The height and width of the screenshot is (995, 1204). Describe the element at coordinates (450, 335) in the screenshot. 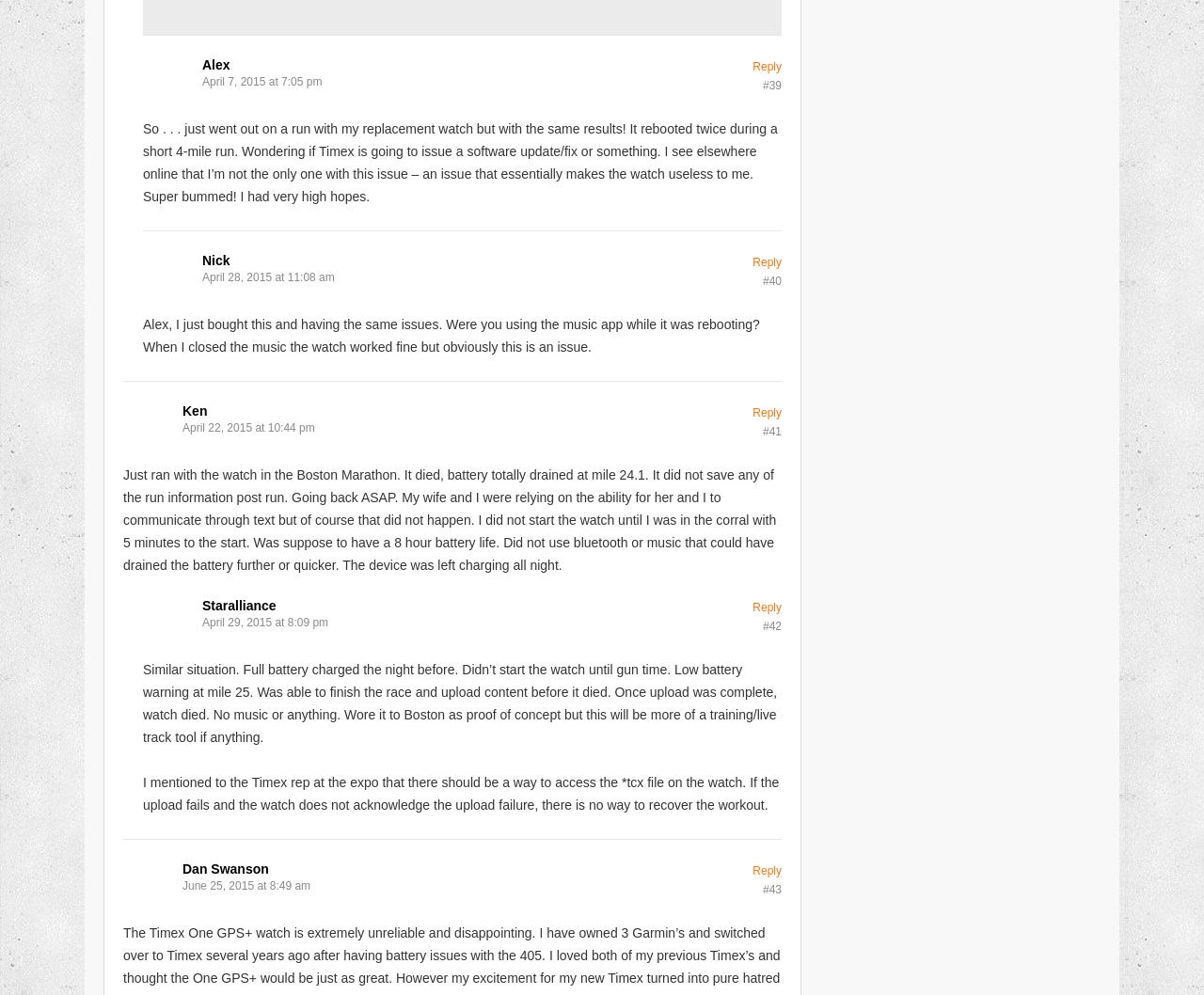

I see `'Alex, I just bought this and having the same issues. Were you using the music app while it was rebooting? When I closed the music the watch worked fine but obviously this is an issue.'` at that location.